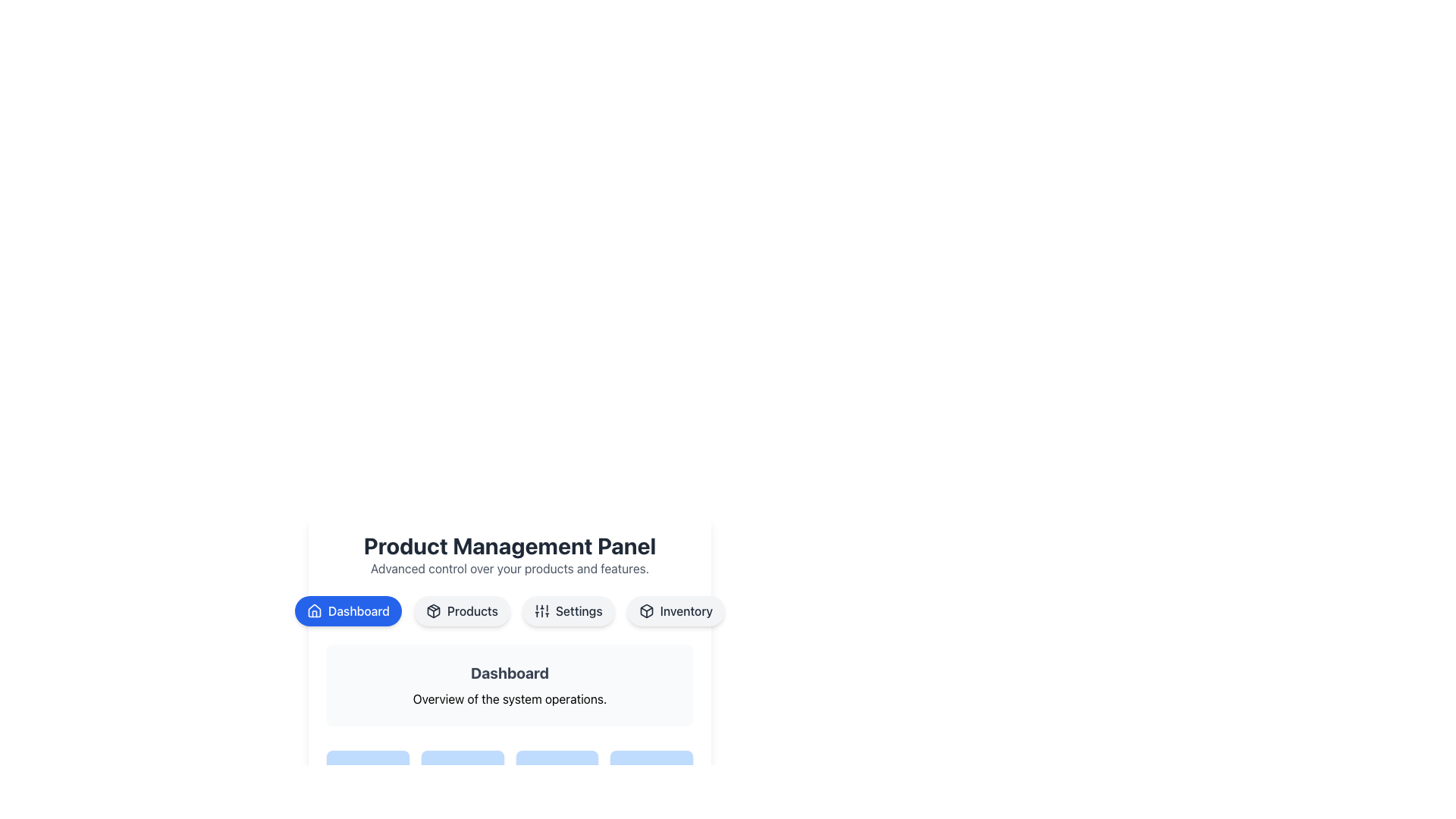  What do you see at coordinates (313, 610) in the screenshot?
I see `the 'Dashboard' button that contains the icon representing 'Dashboard' located towards the left side of the button text` at bounding box center [313, 610].